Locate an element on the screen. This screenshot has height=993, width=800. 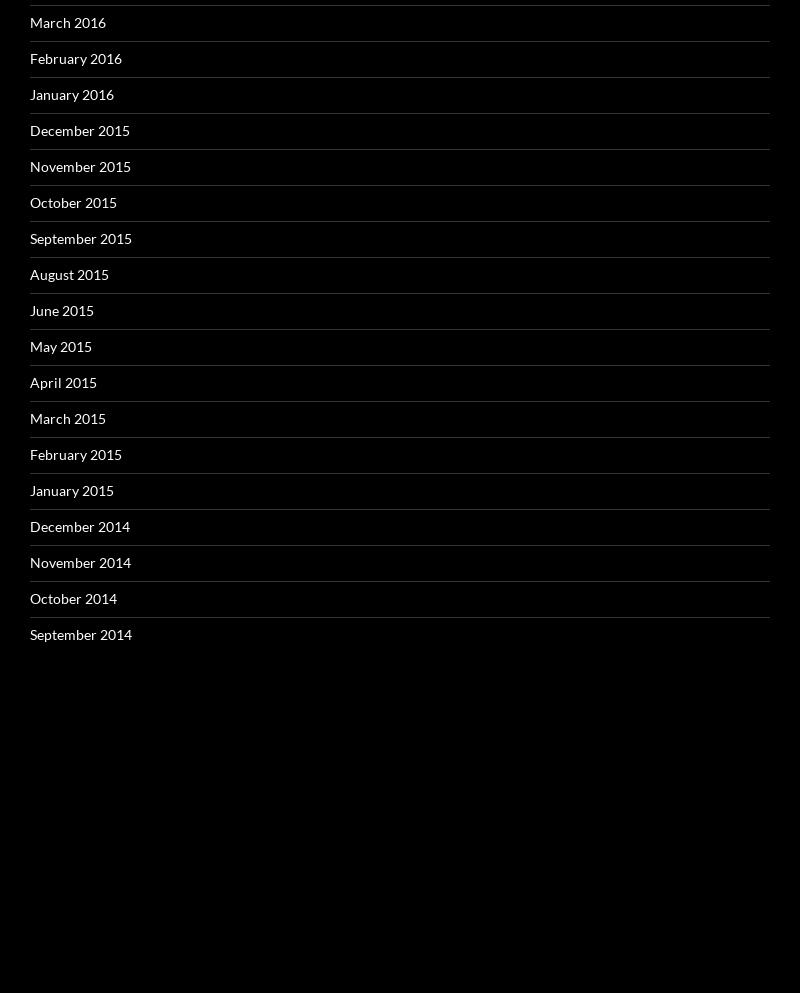
'Autofocus' is located at coordinates (61, 953).